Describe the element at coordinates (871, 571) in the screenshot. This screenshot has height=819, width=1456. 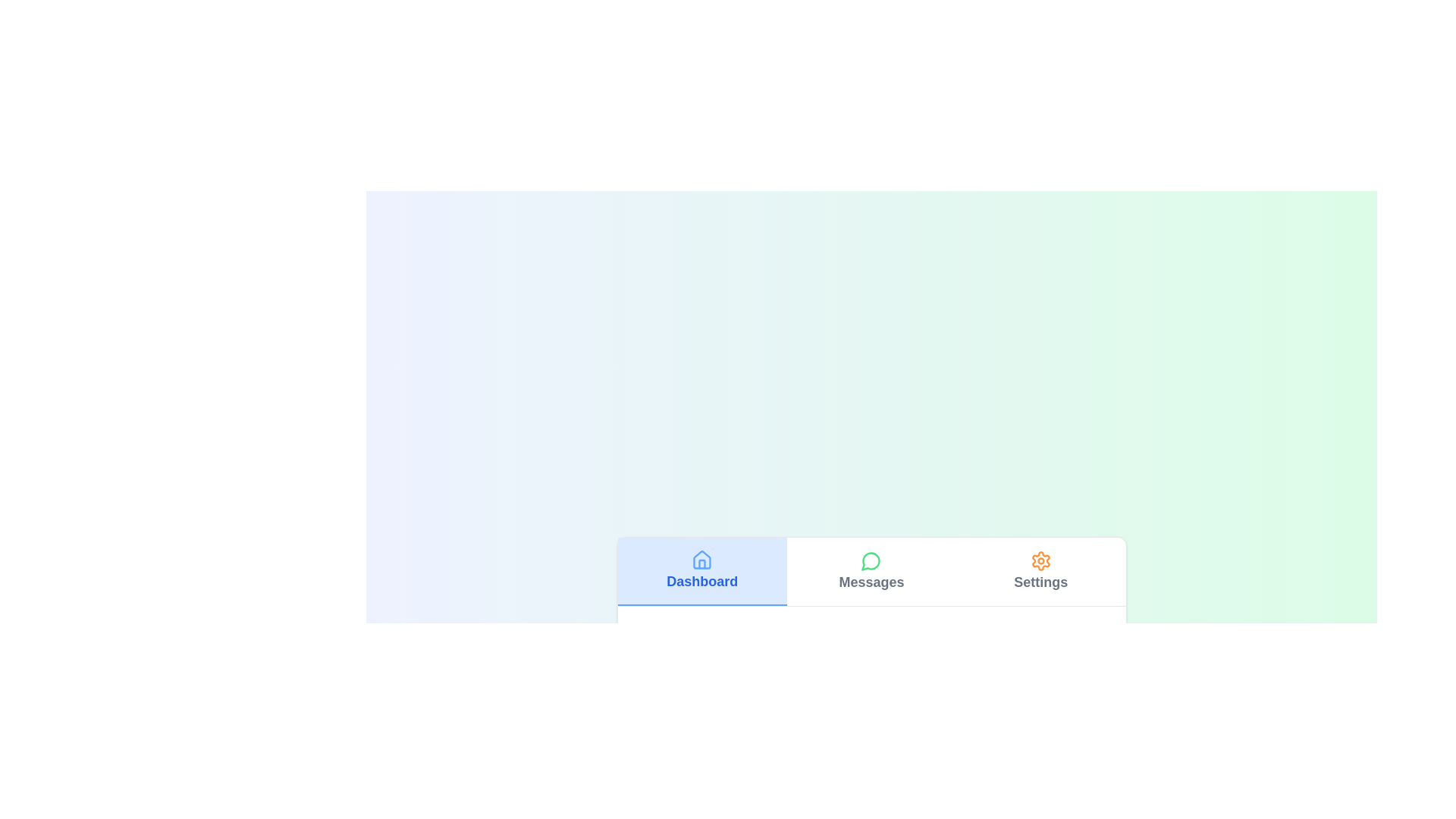
I see `the tab labeled Messages to view its content` at that location.